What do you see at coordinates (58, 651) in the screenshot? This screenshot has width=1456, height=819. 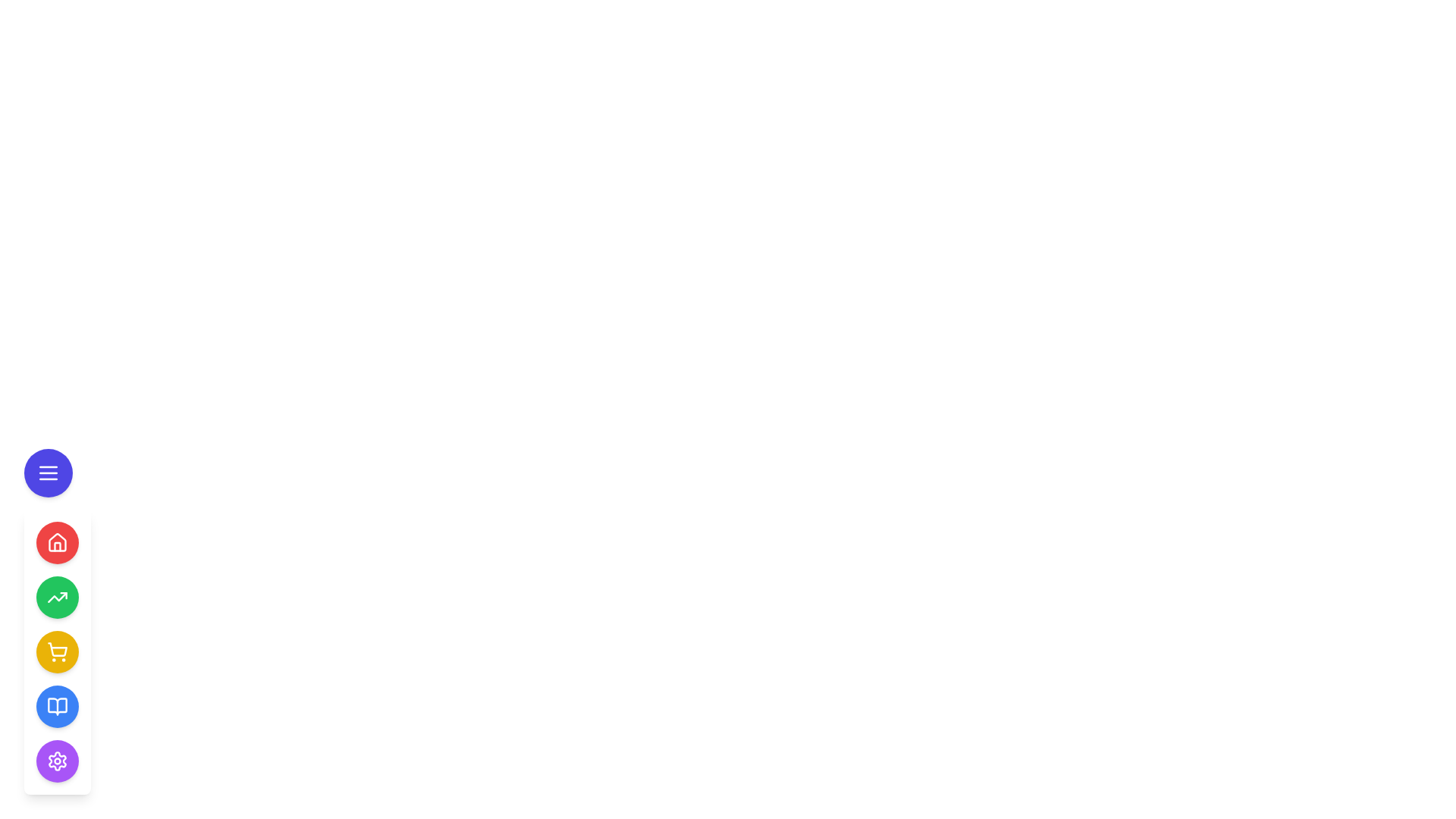 I see `the shopping cart icon located in the third circular button of the vertical navigation menu on the left side of the interface` at bounding box center [58, 651].